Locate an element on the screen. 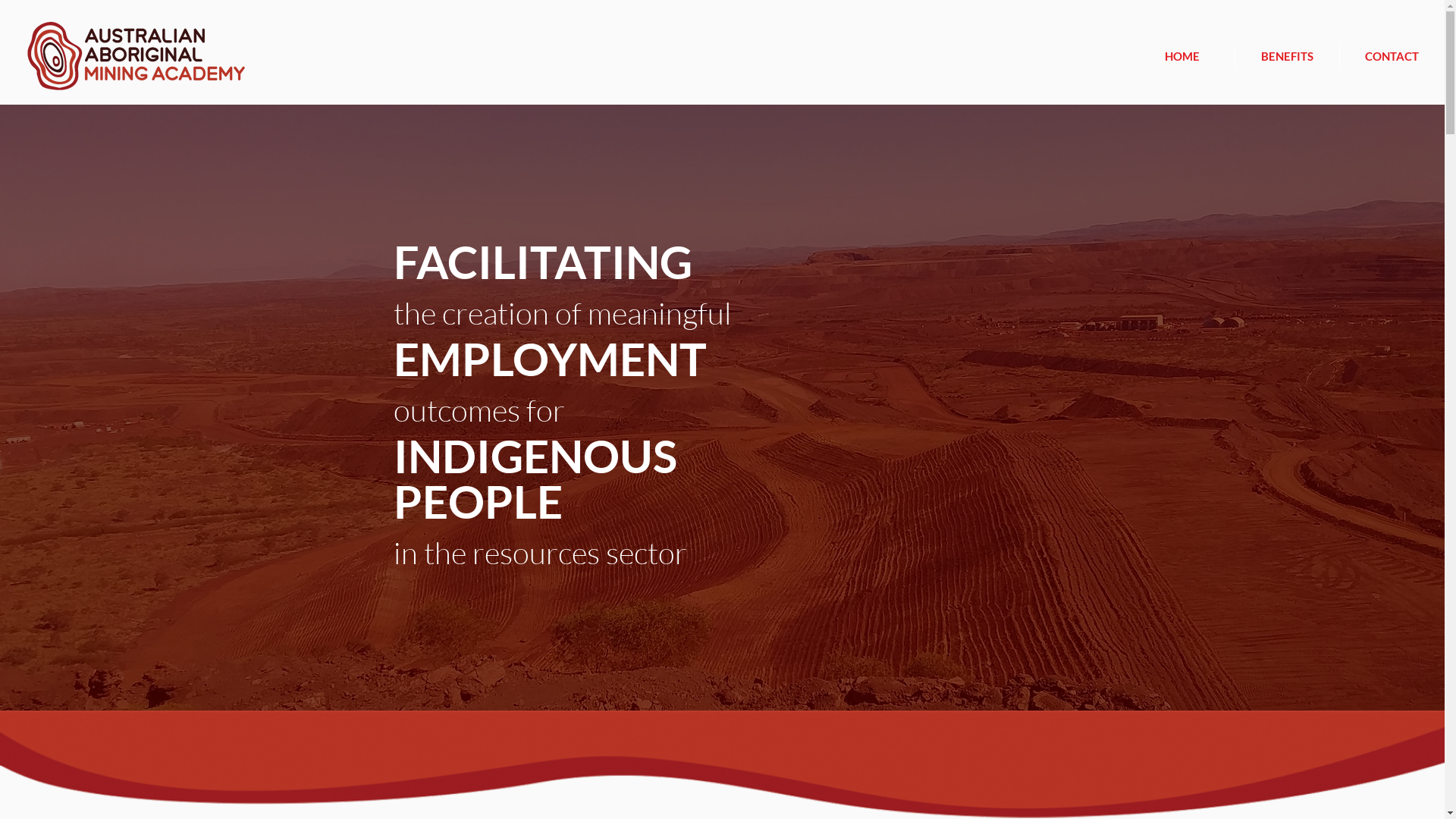 This screenshot has height=819, width=1456. 'BENEFITS' is located at coordinates (1286, 55).